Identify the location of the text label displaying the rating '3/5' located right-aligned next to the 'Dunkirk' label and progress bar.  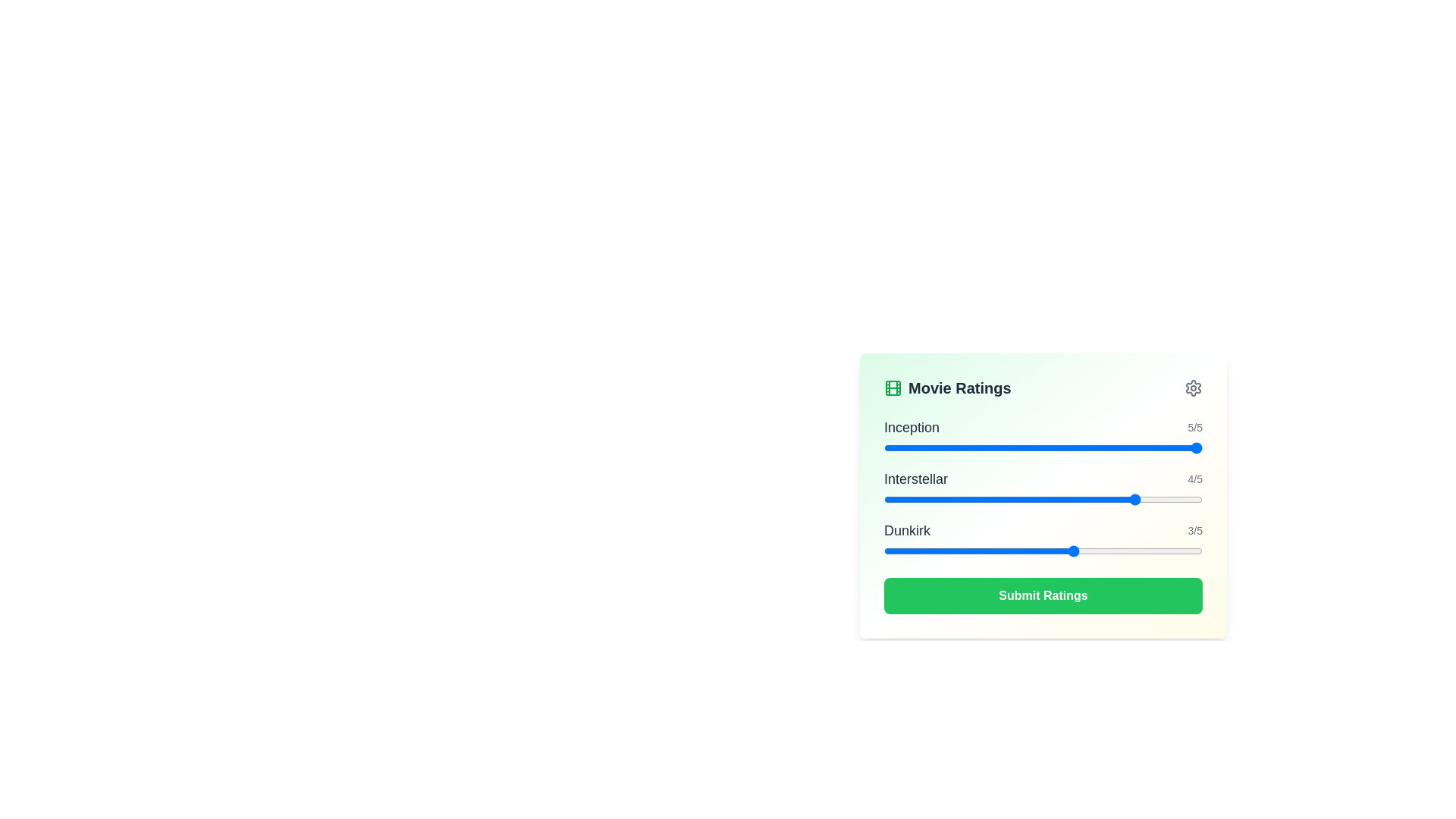
(1194, 529).